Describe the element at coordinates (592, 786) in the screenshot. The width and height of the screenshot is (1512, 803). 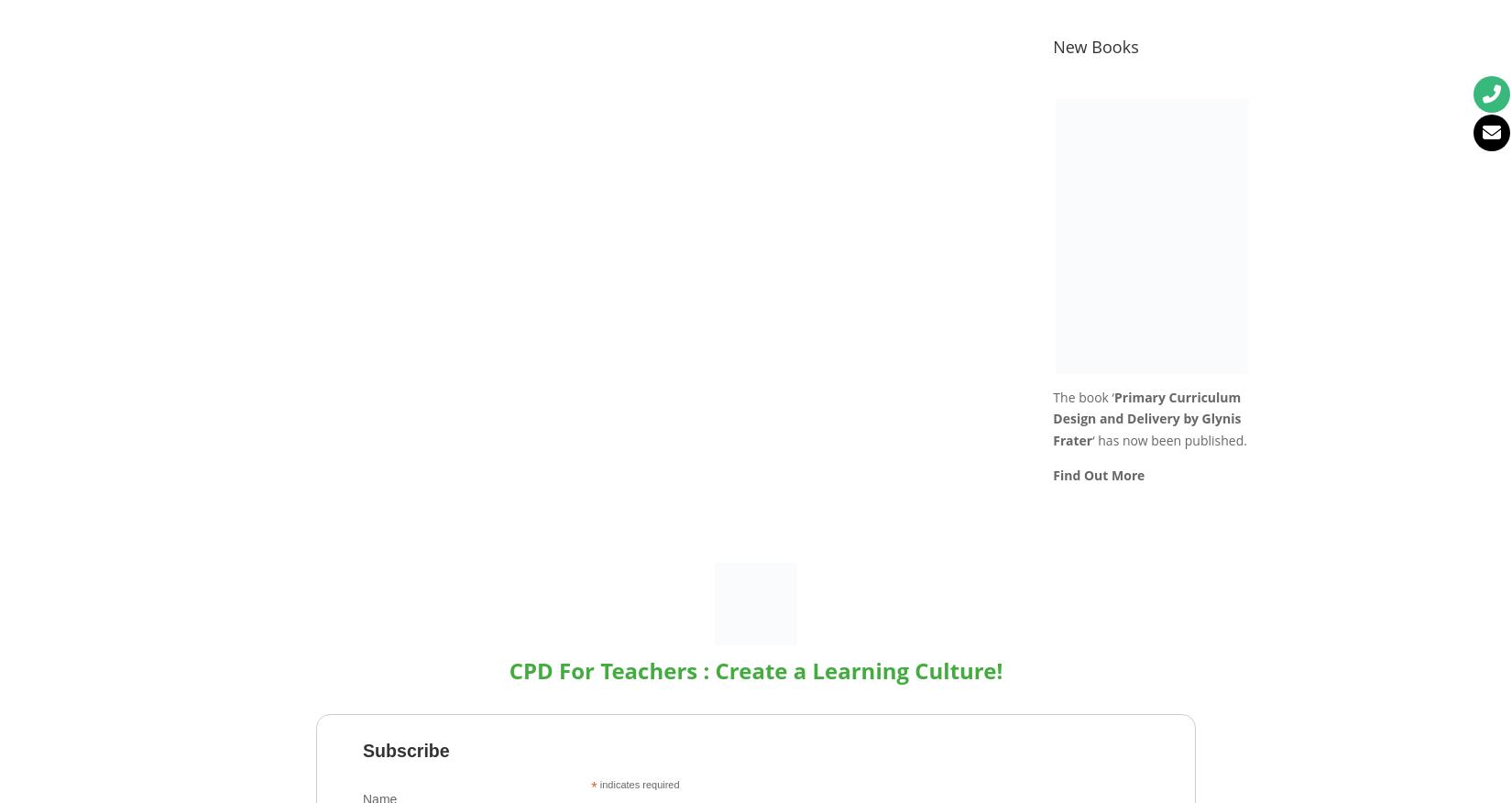
I see `'*'` at that location.